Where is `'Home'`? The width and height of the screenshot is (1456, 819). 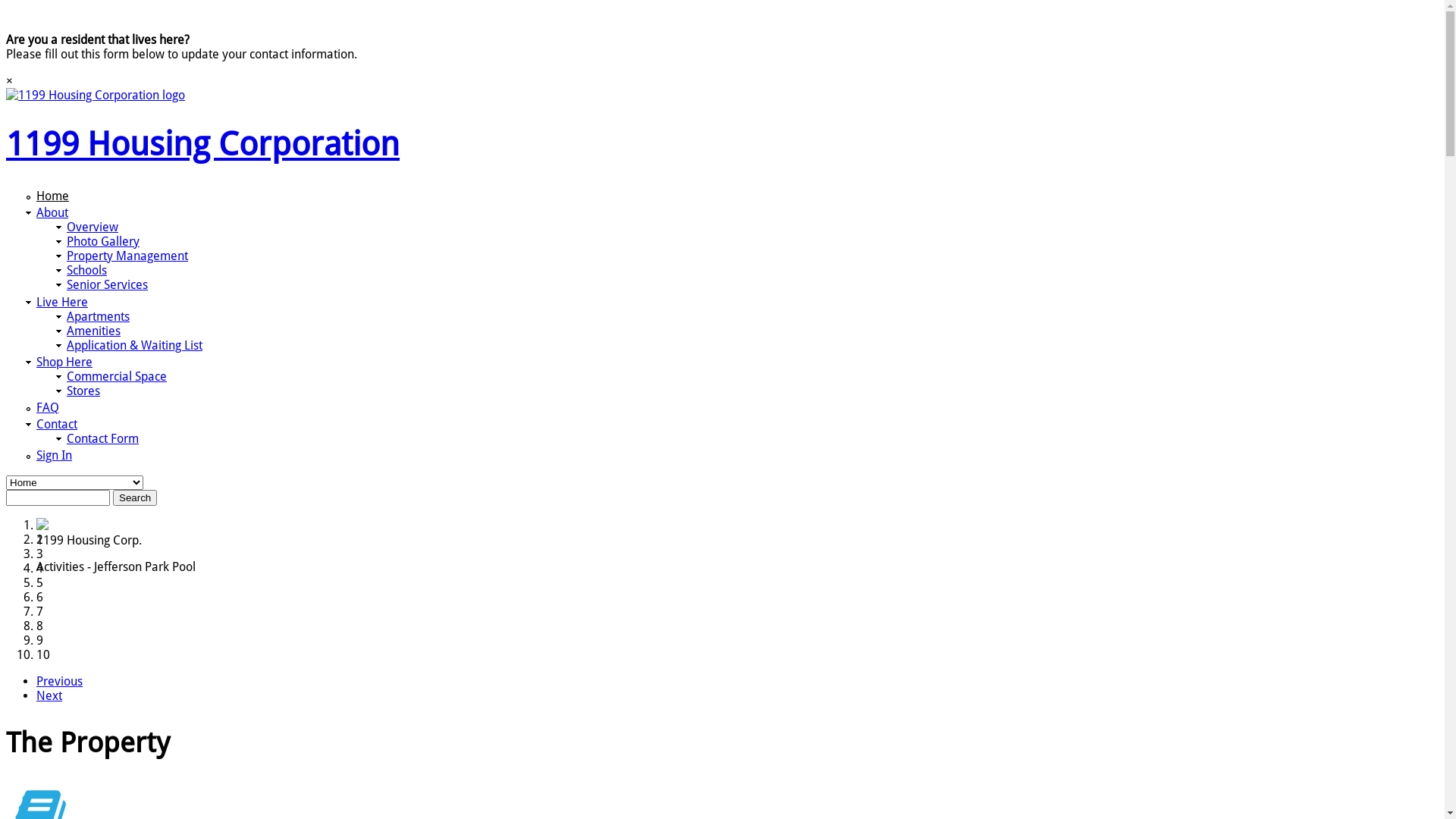
'Home' is located at coordinates (52, 195).